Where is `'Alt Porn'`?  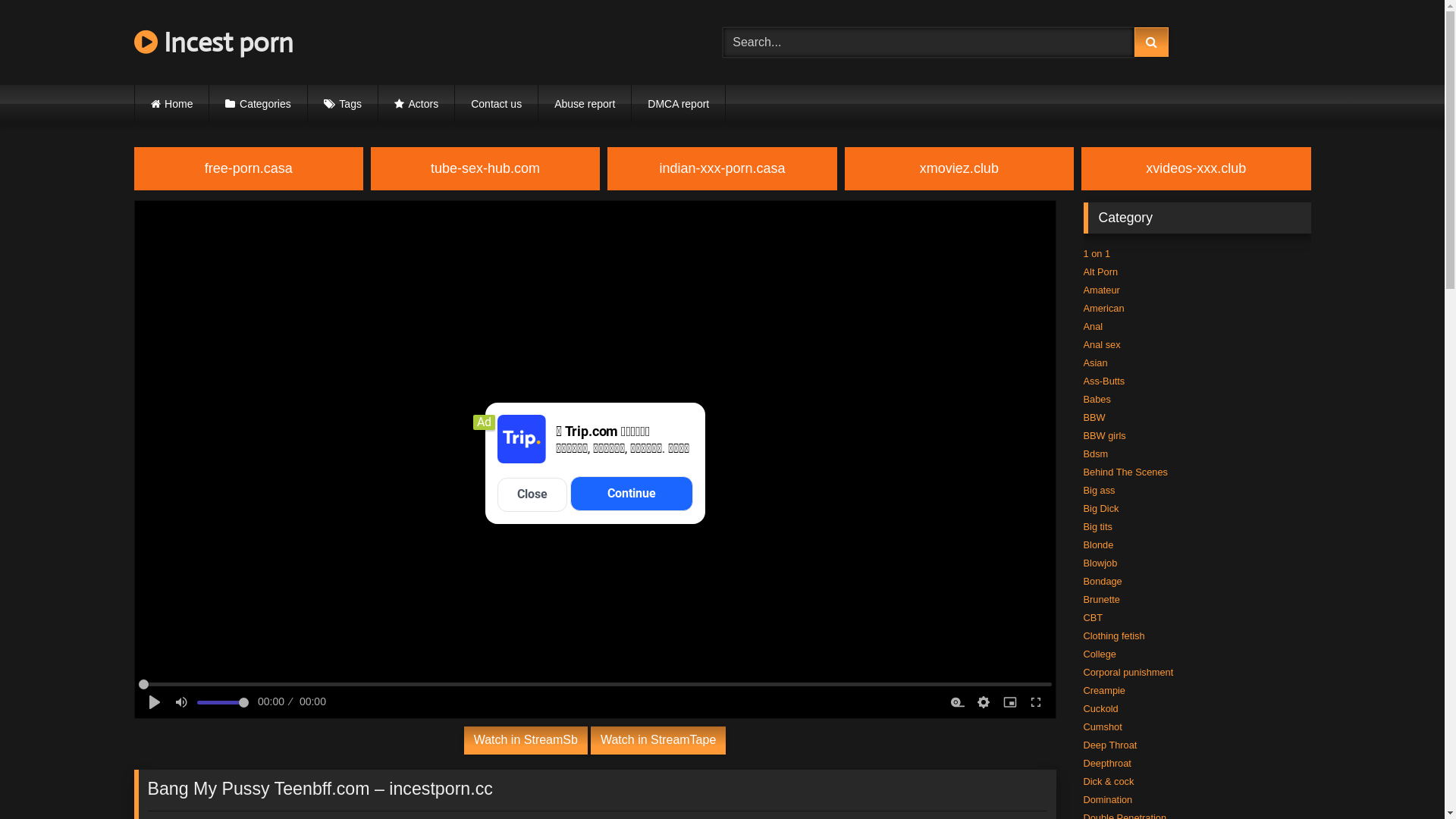
'Alt Porn' is located at coordinates (1100, 271).